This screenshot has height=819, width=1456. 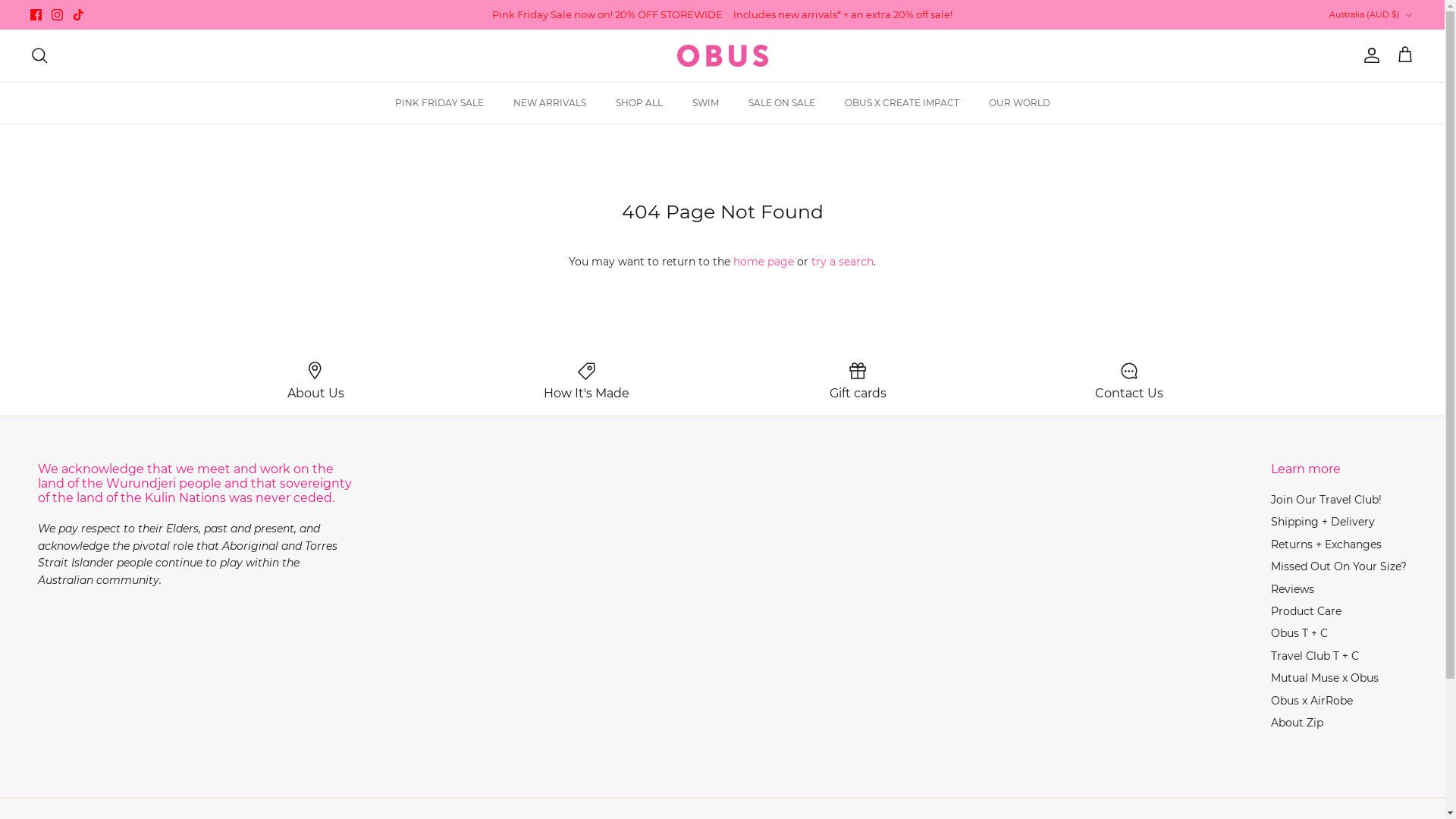 I want to click on 'Product Care', so click(x=1305, y=610).